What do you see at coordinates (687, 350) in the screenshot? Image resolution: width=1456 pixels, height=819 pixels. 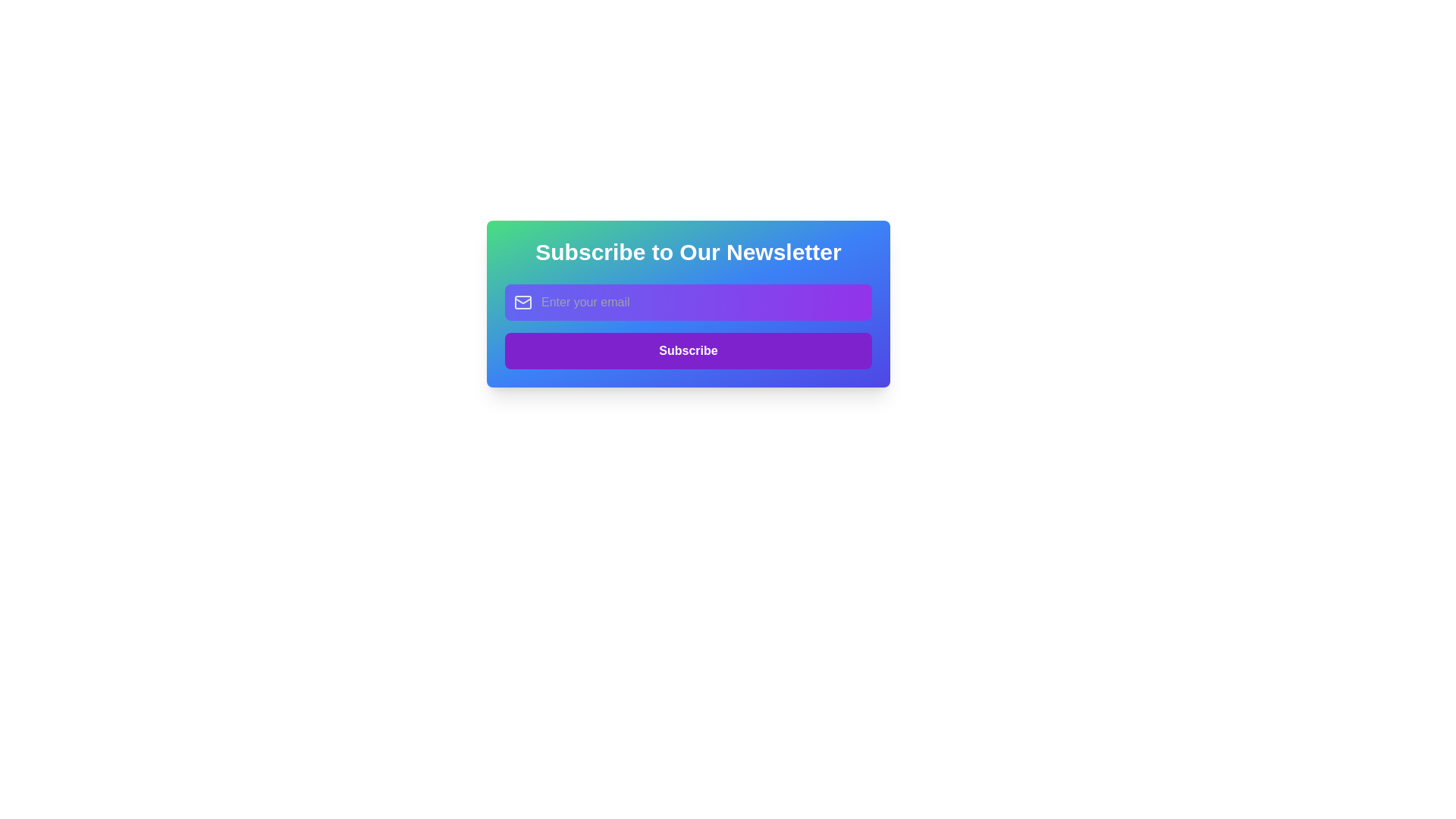 I see `the 'Subscribe' button with a purple background and white bold text` at bounding box center [687, 350].